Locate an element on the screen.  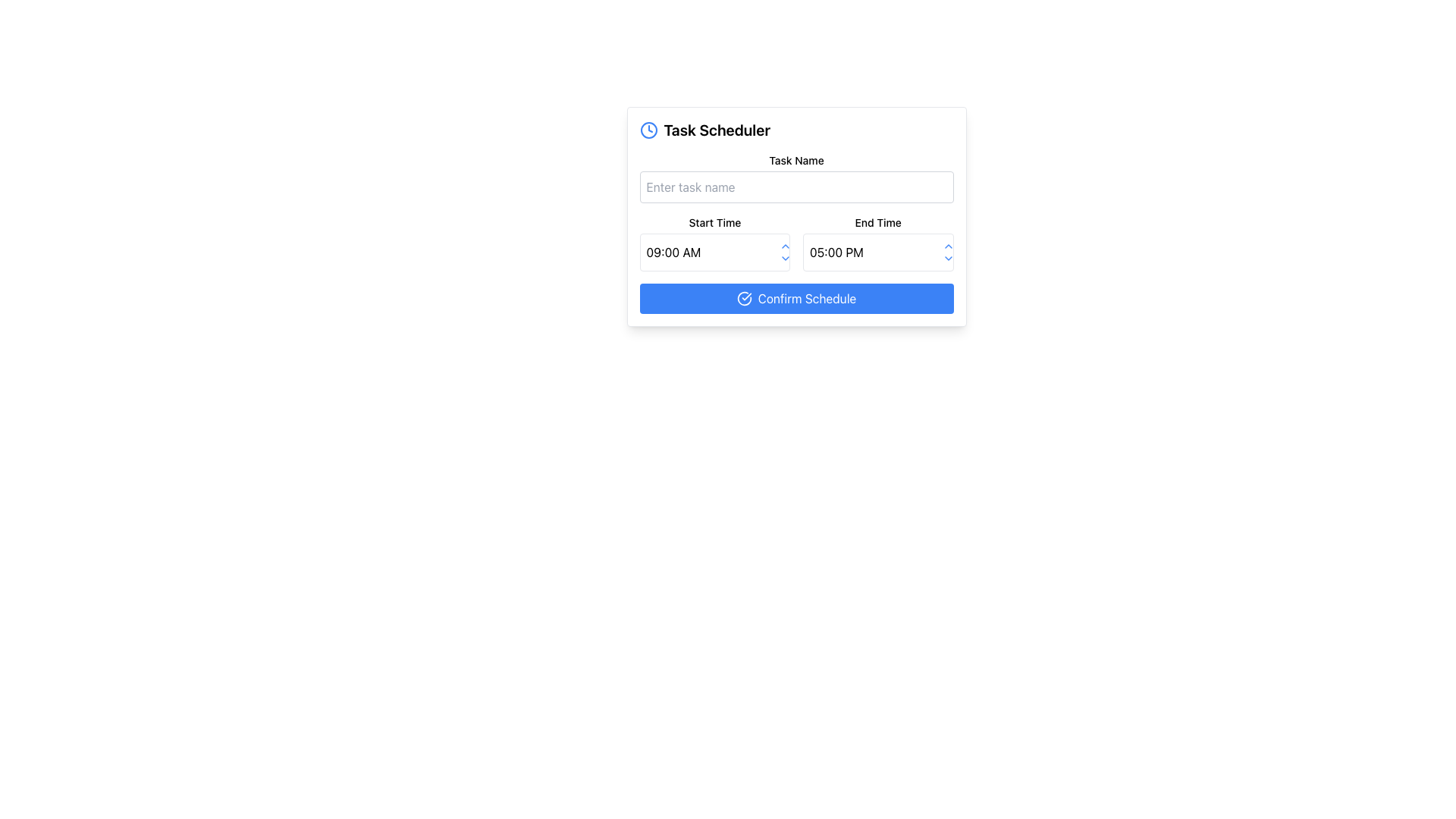
the downward pointing triangle of the Stepper control to decrement the time shown in the adjacent input box is located at coordinates (785, 251).